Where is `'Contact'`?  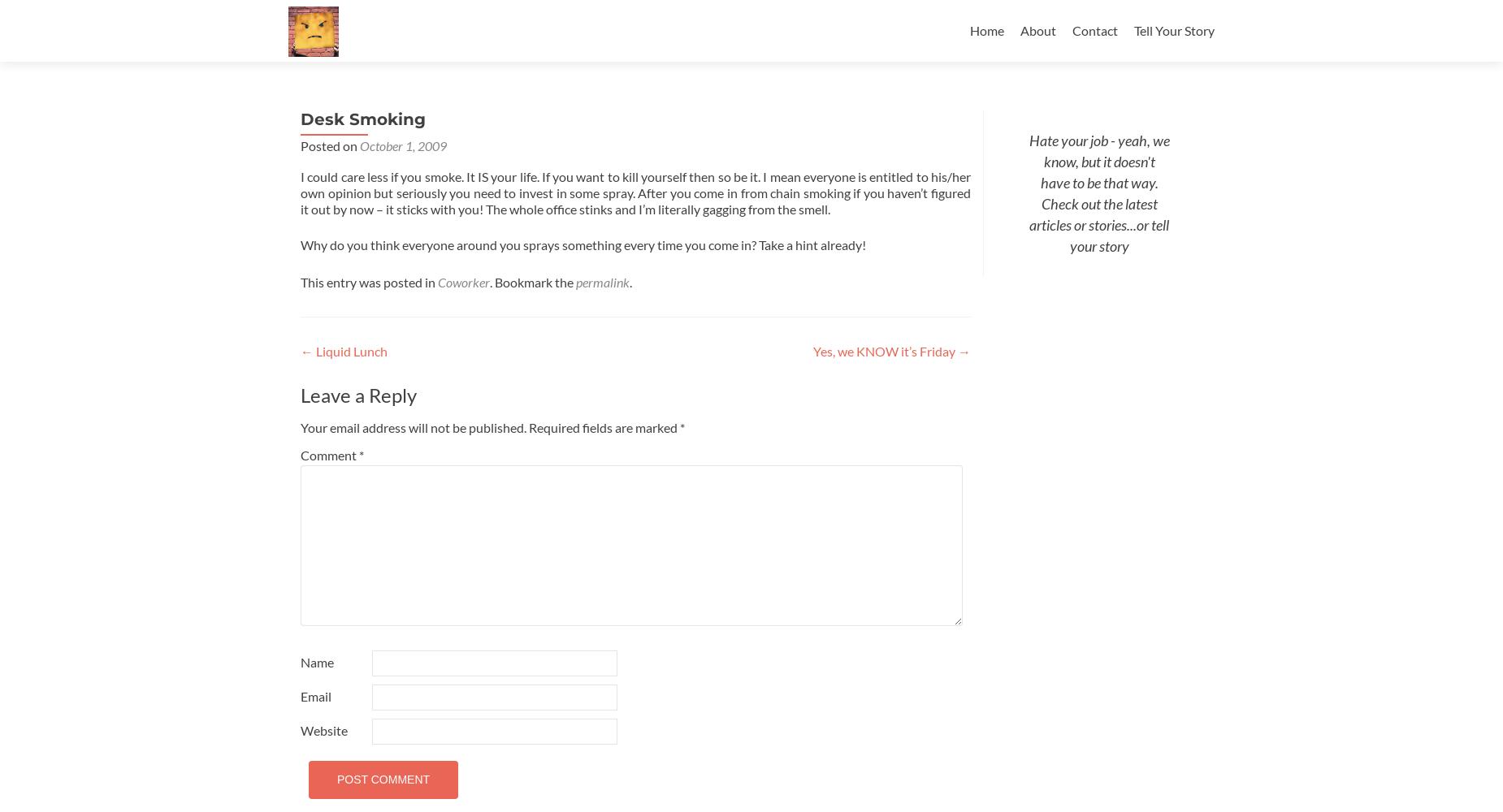 'Contact' is located at coordinates (1094, 30).